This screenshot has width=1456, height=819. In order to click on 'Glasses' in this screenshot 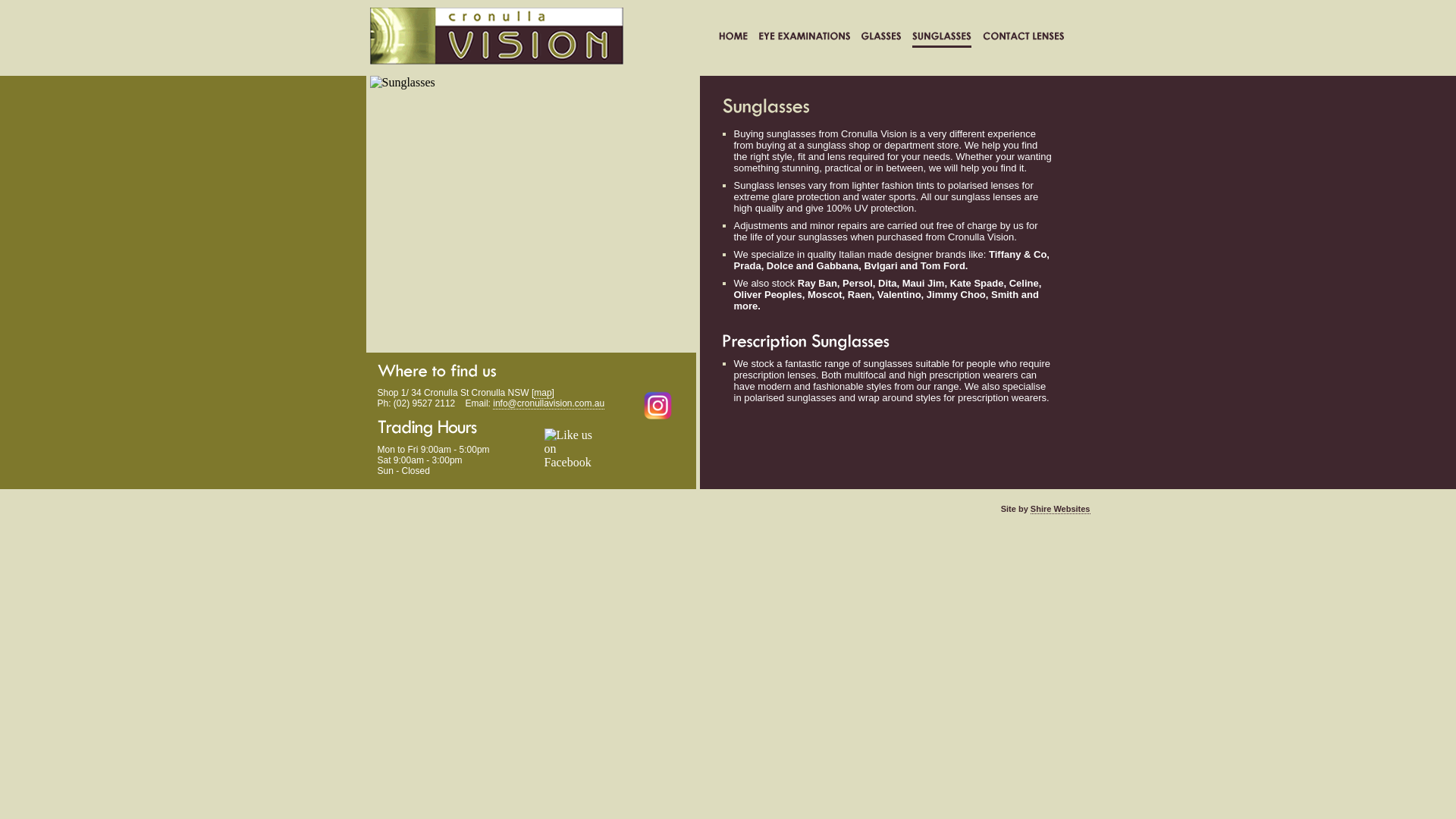, I will do `click(880, 38)`.